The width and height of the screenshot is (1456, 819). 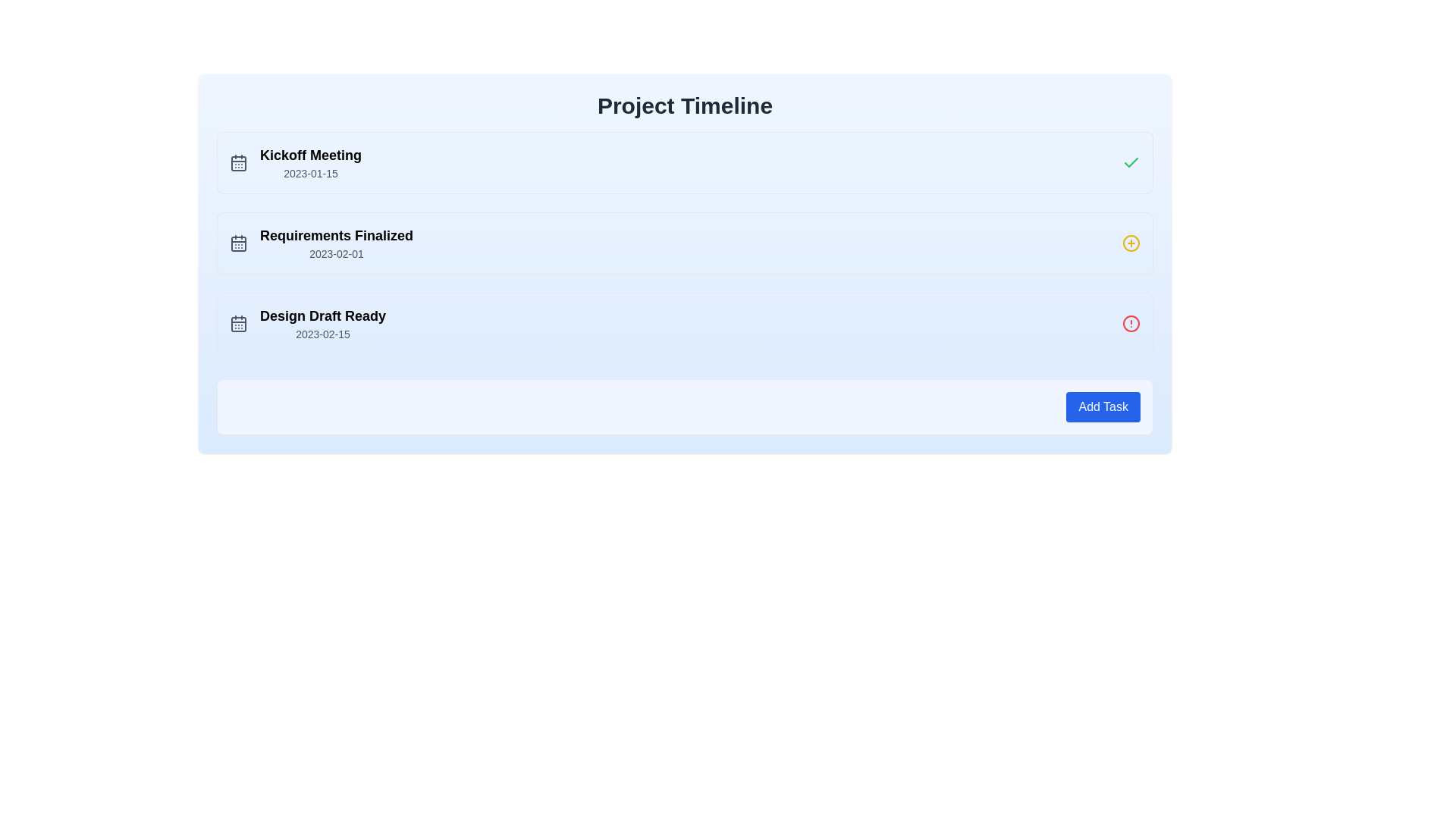 What do you see at coordinates (309, 163) in the screenshot?
I see `the first Text display element in the project timeline list, which includes an event title and date, positioned at the top with a calendar icon to its left` at bounding box center [309, 163].